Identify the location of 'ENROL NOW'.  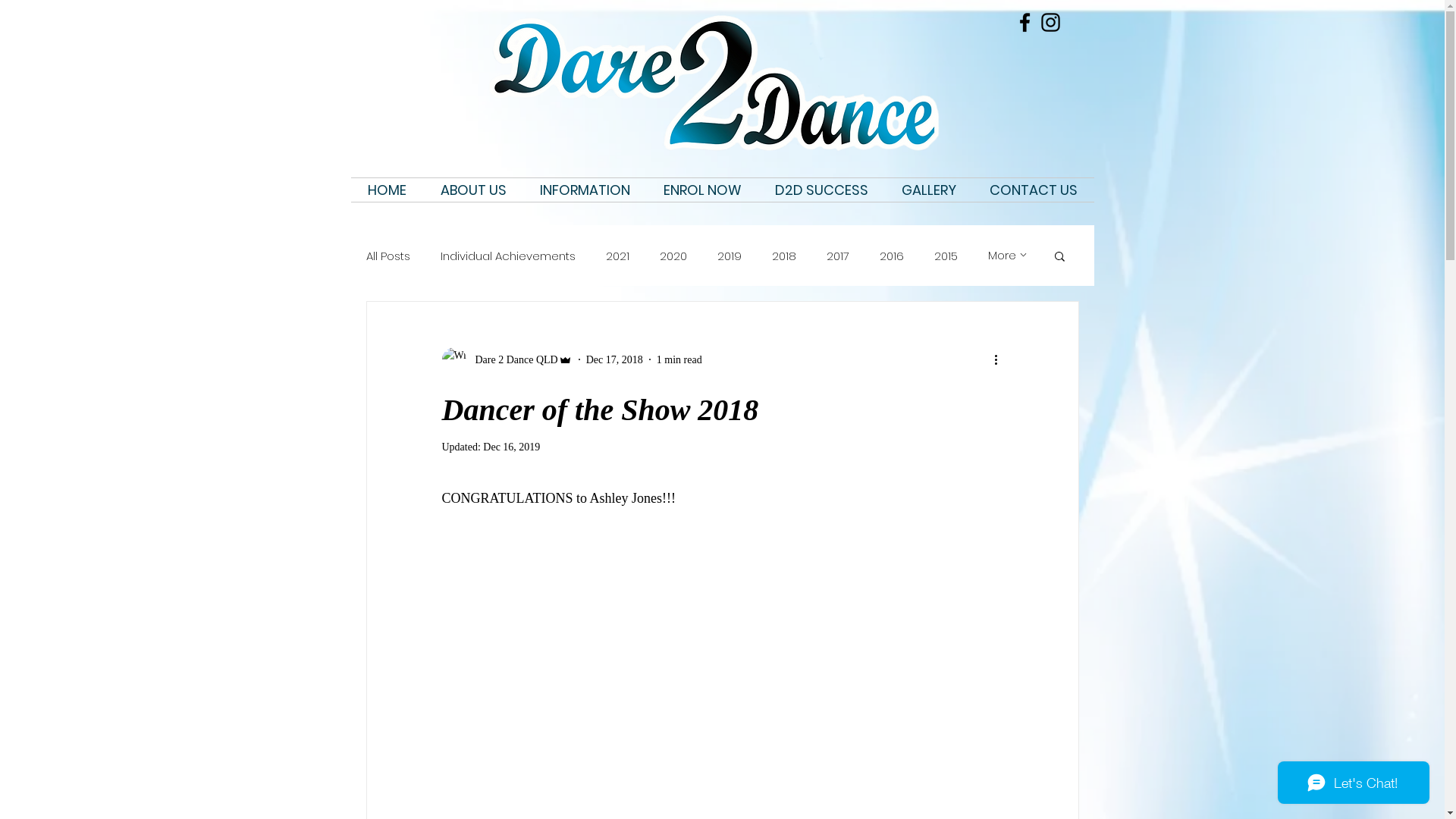
(701, 189).